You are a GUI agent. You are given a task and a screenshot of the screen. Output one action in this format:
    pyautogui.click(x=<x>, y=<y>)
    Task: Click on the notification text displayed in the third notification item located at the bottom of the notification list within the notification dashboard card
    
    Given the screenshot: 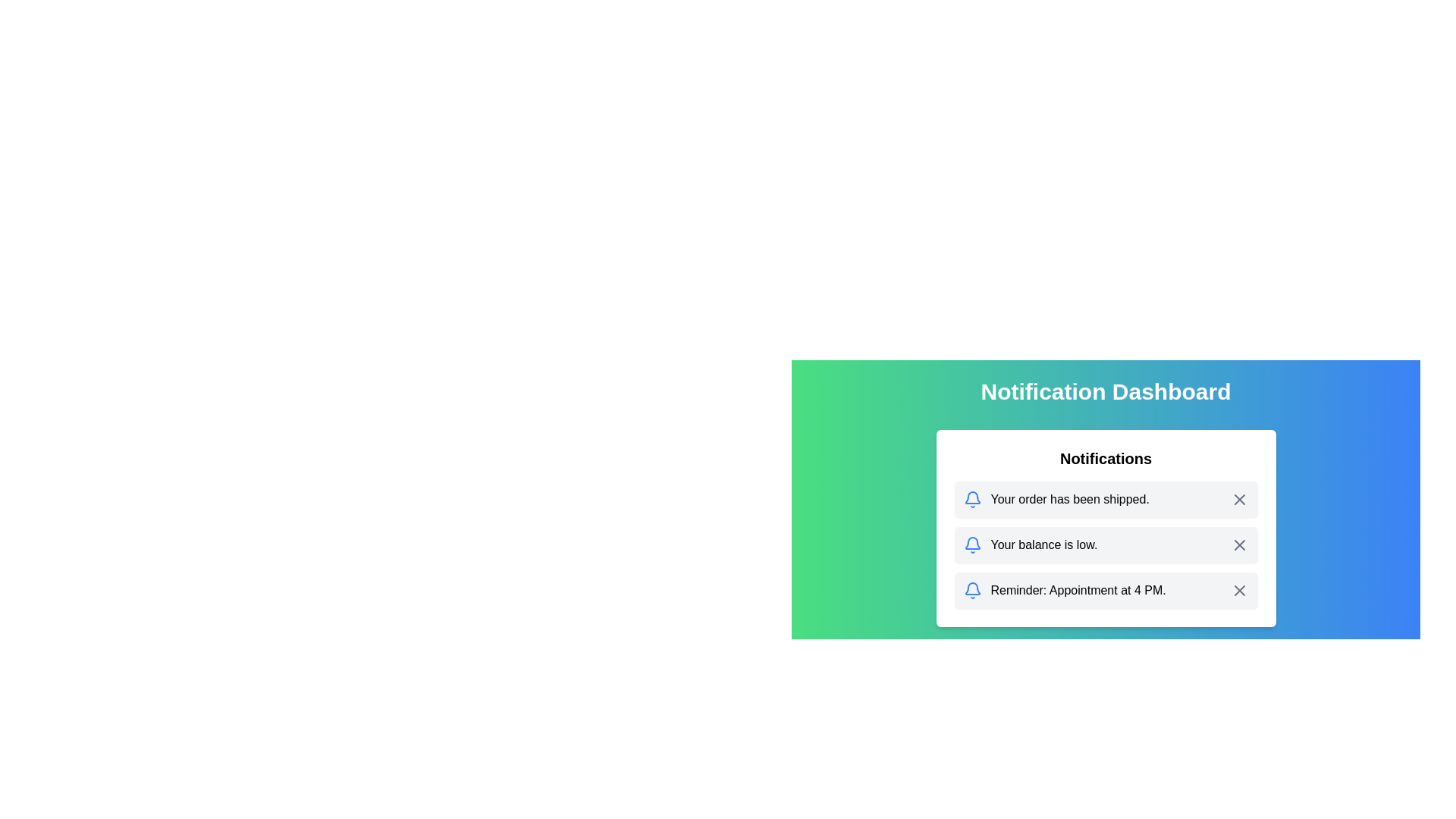 What is the action you would take?
    pyautogui.click(x=1064, y=590)
    